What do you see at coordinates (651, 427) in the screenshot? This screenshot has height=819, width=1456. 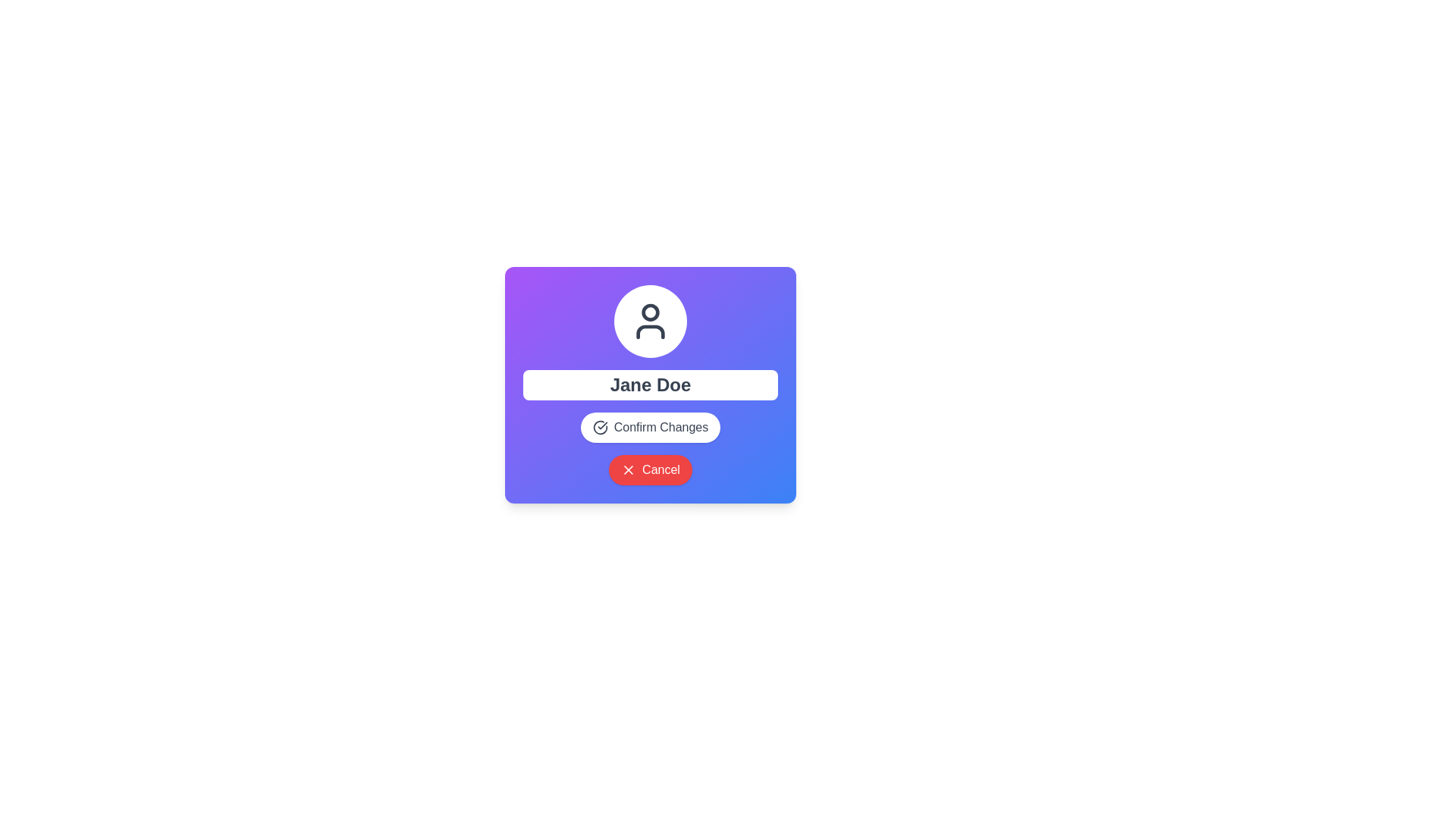 I see `the button that finalizes or applies changes, located directly below the text 'Jane Doe'` at bounding box center [651, 427].